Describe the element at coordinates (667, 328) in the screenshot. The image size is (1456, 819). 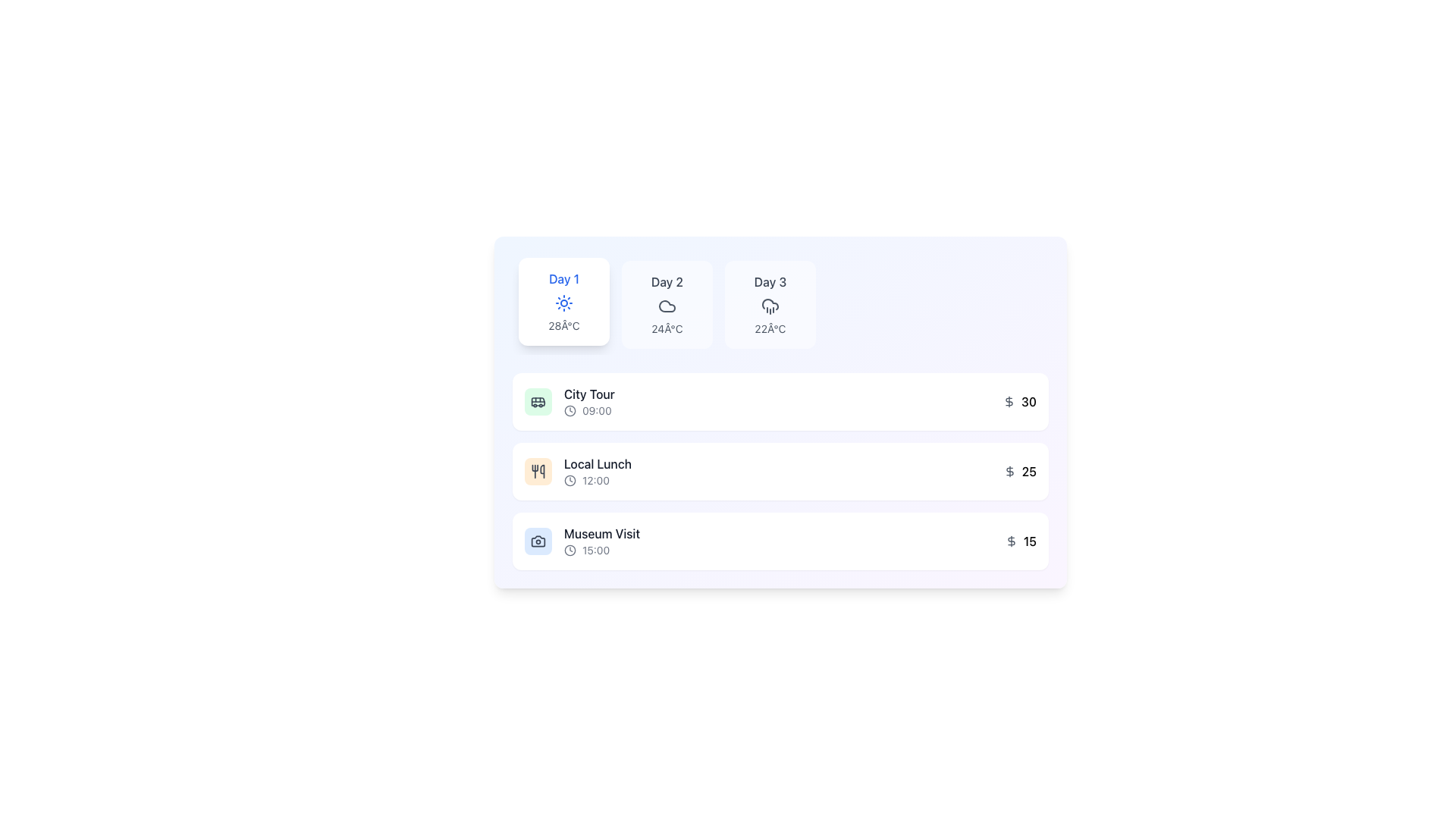
I see `text displaying '24Â°C' located in the bottom section of the 'Day 2' card in the weather display, which is centered horizontally beneath a cloud-shaped icon` at that location.